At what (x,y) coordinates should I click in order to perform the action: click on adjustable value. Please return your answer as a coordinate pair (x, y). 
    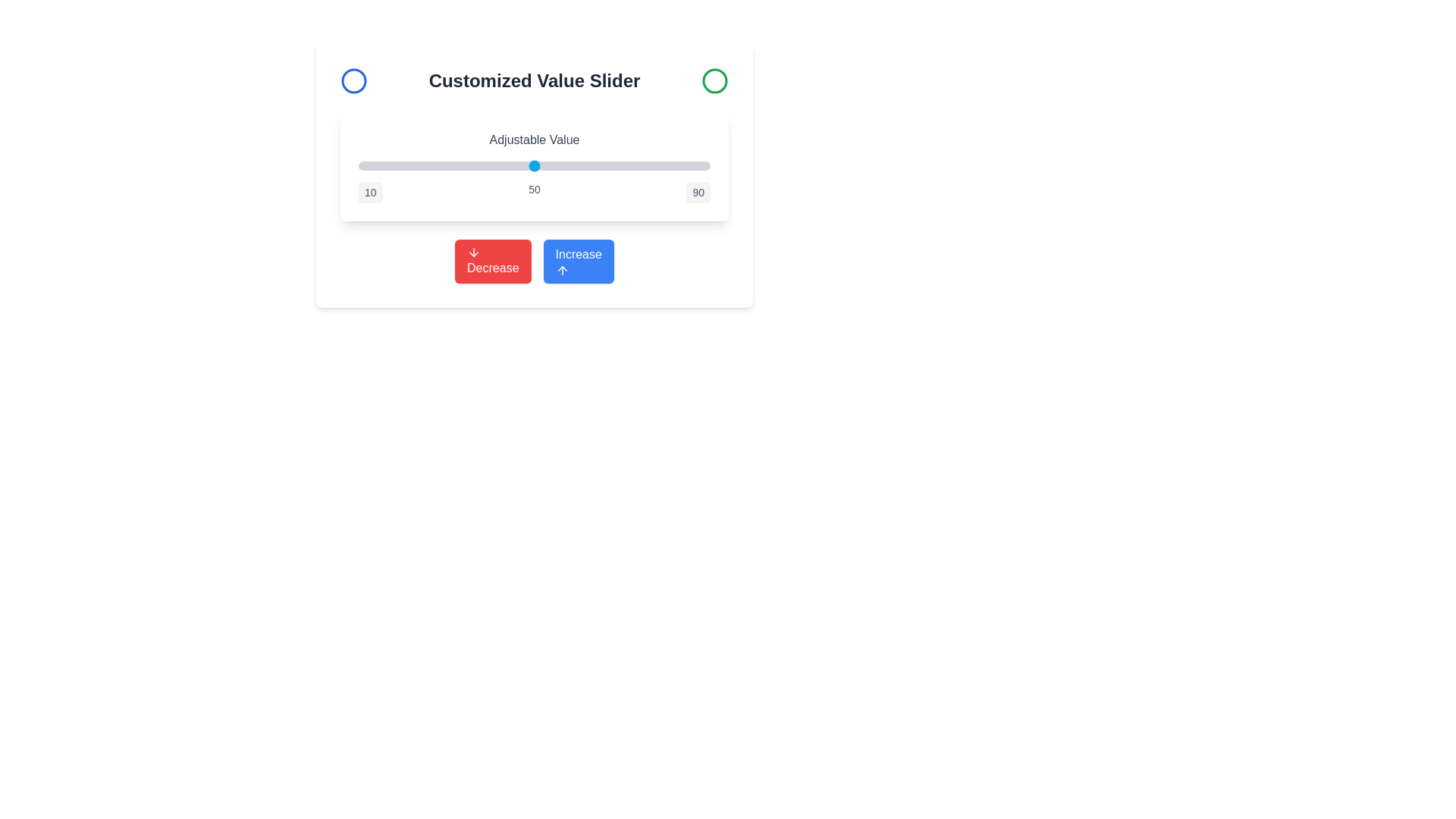
    Looking at the image, I should click on (491, 166).